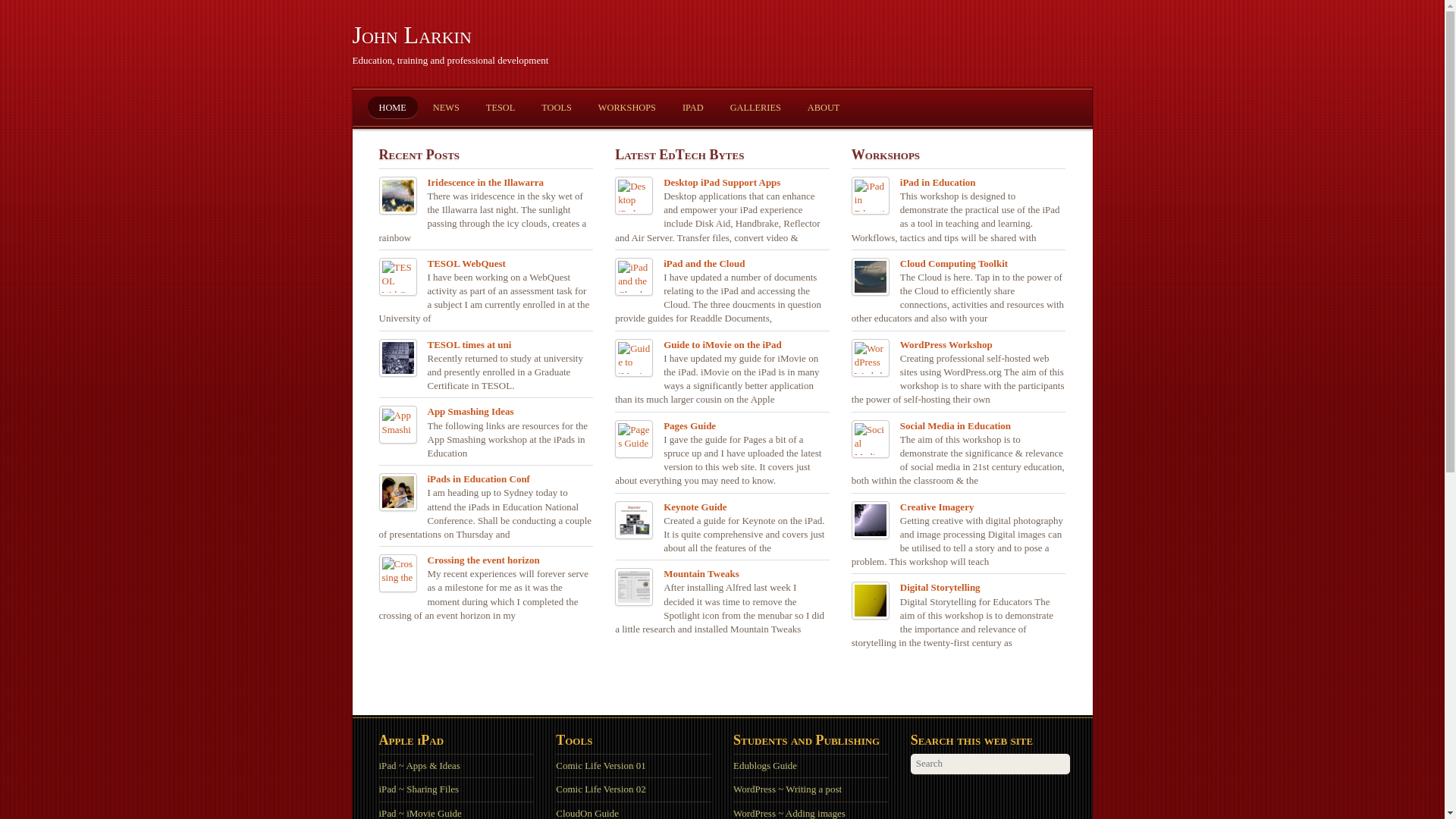 The height and width of the screenshot is (819, 1456). Describe the element at coordinates (556, 107) in the screenshot. I see `'TOOLS'` at that location.